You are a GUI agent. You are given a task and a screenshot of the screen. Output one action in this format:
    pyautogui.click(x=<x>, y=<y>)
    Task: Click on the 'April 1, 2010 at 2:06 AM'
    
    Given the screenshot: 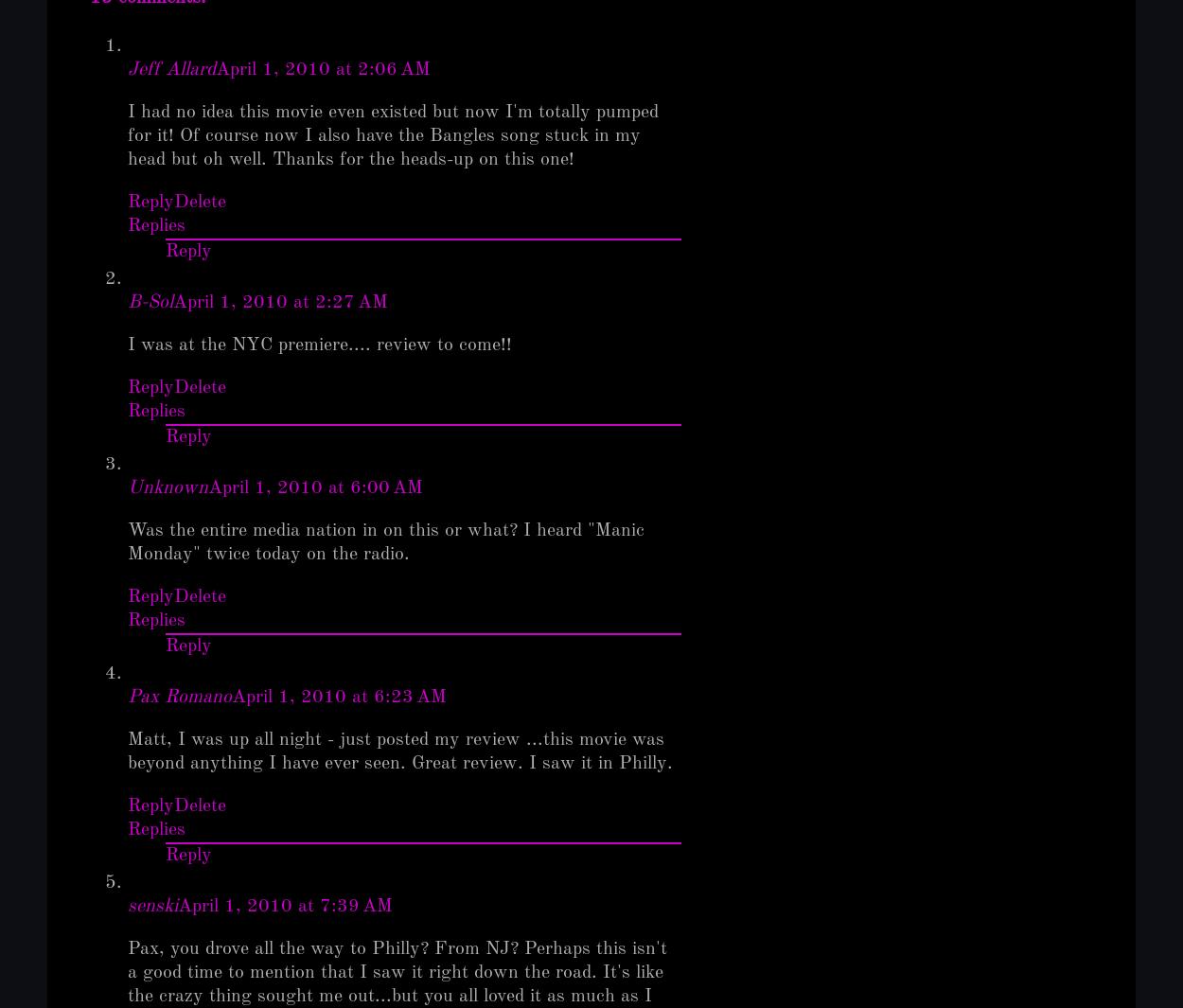 What is the action you would take?
    pyautogui.click(x=215, y=69)
    